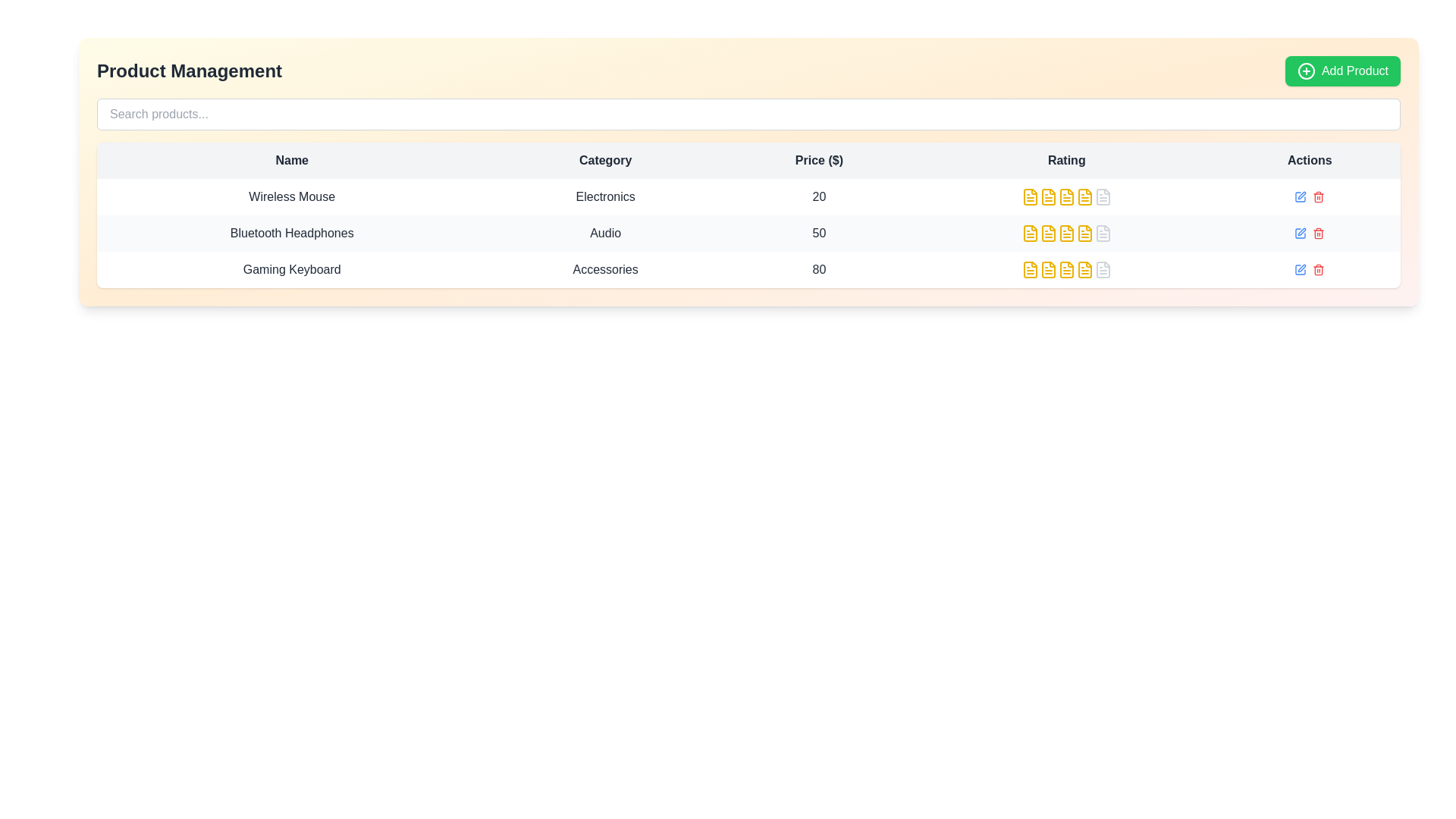 Image resolution: width=1456 pixels, height=819 pixels. Describe the element at coordinates (1084, 234) in the screenshot. I see `the fourth vector icon in the second row of the table, which represents a rating in the 'Rating' column` at that location.